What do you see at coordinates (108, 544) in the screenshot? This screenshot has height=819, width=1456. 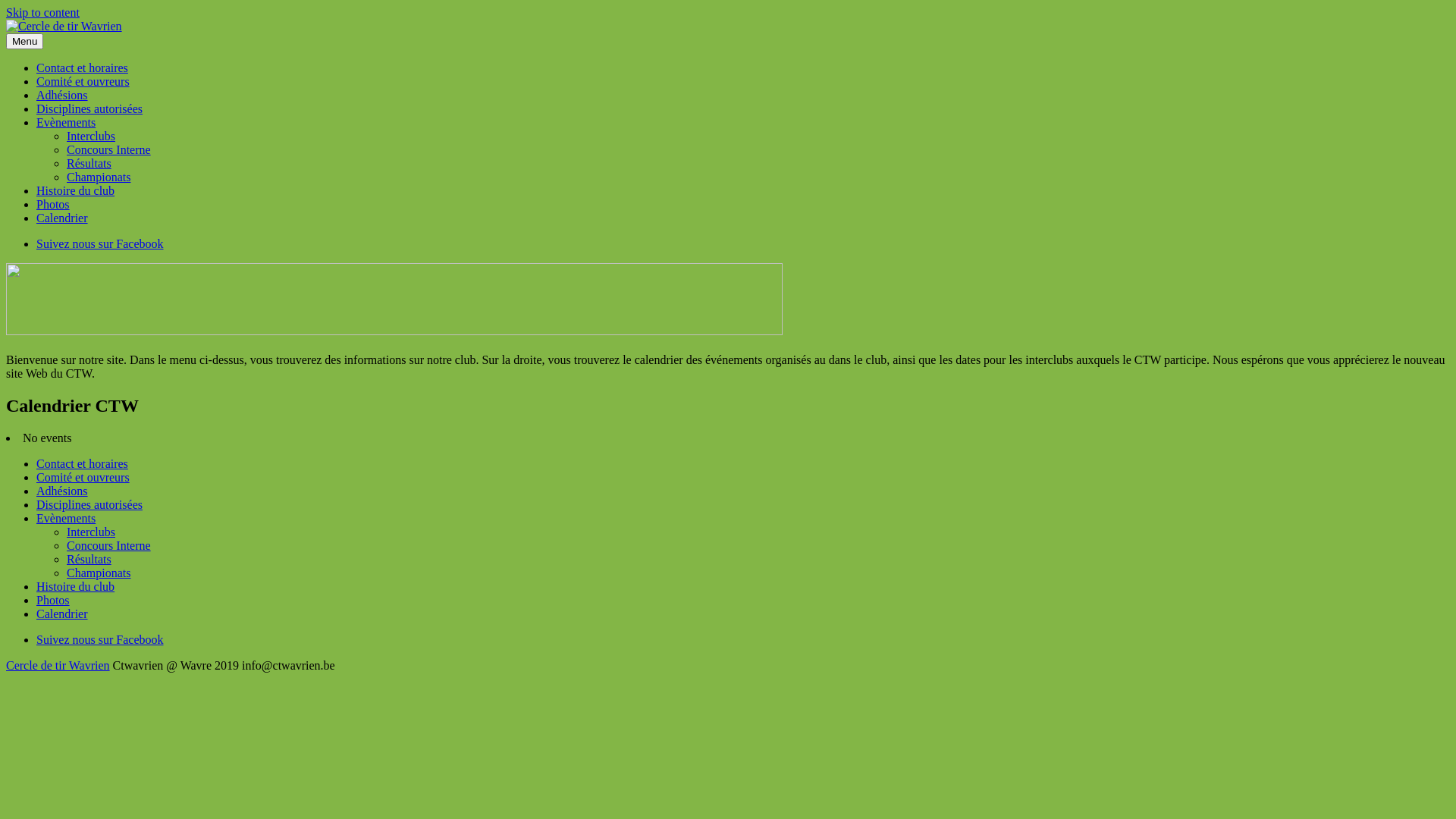 I see `'Concours Interne'` at bounding box center [108, 544].